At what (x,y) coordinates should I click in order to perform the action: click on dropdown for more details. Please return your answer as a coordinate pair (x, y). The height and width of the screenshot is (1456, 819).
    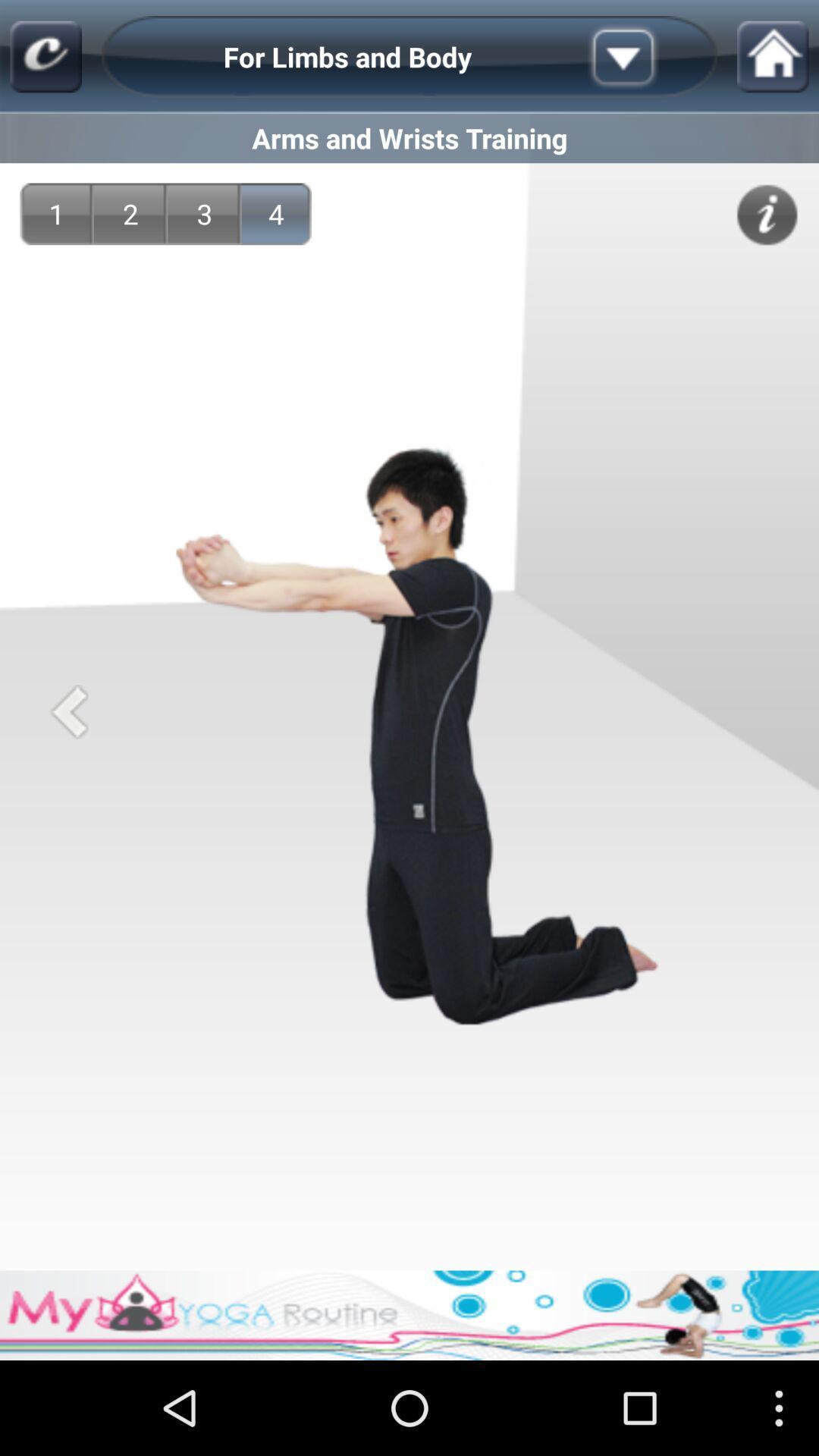
    Looking at the image, I should click on (647, 57).